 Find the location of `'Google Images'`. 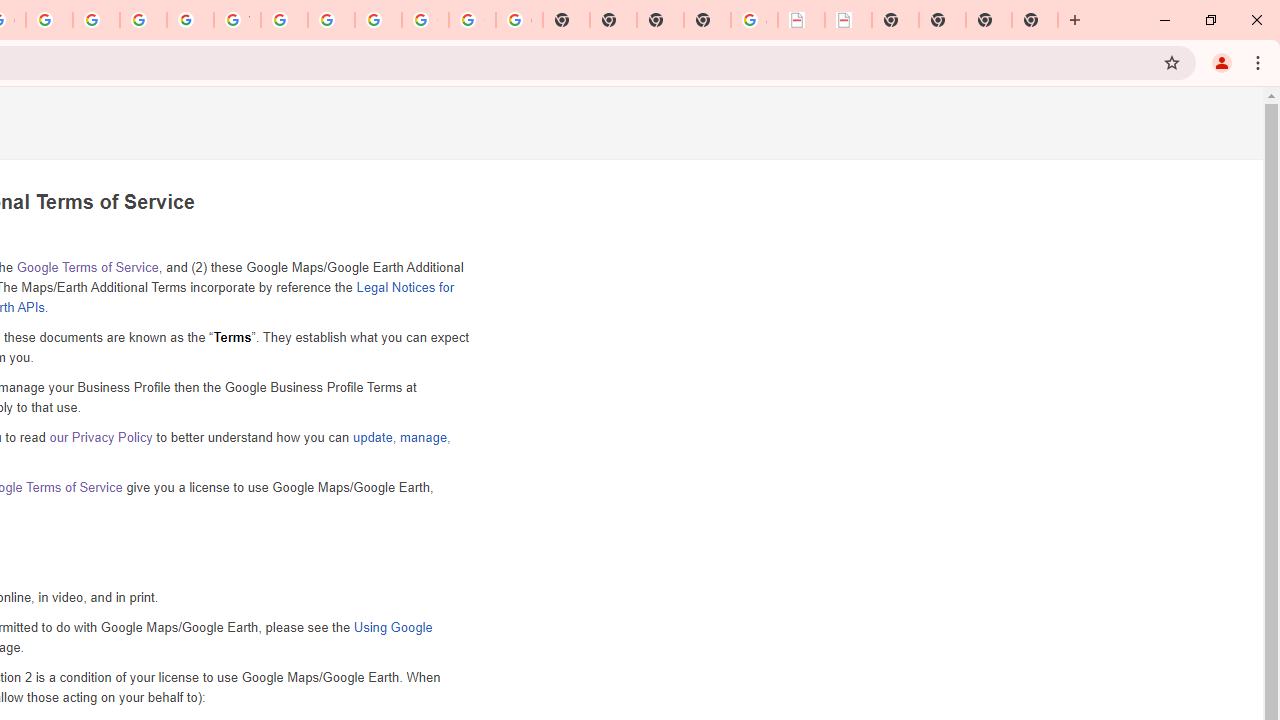

'Google Images' is located at coordinates (519, 20).